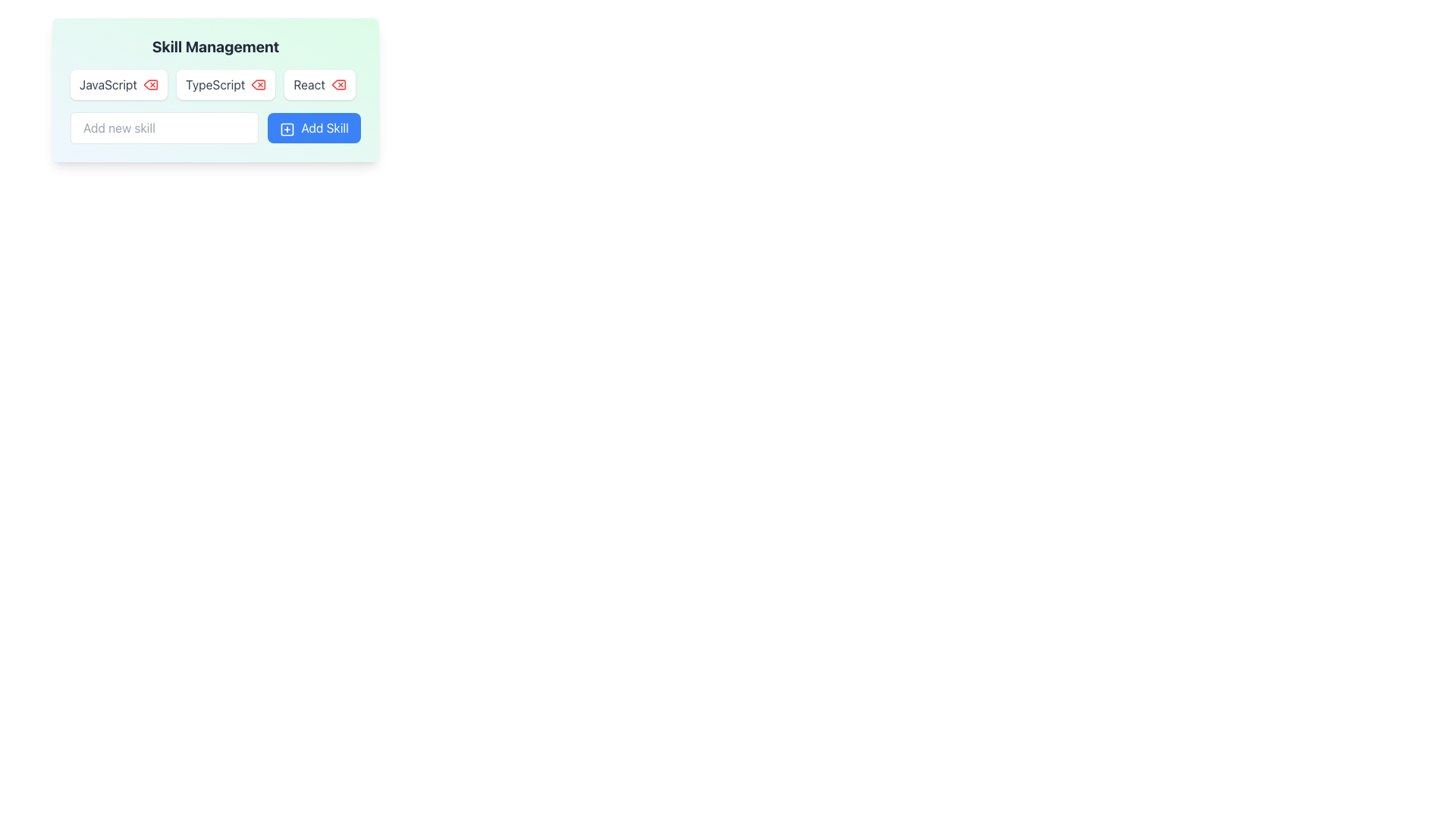 This screenshot has width=1456, height=819. I want to click on the 'TypeScript' skill item, so click(225, 84).